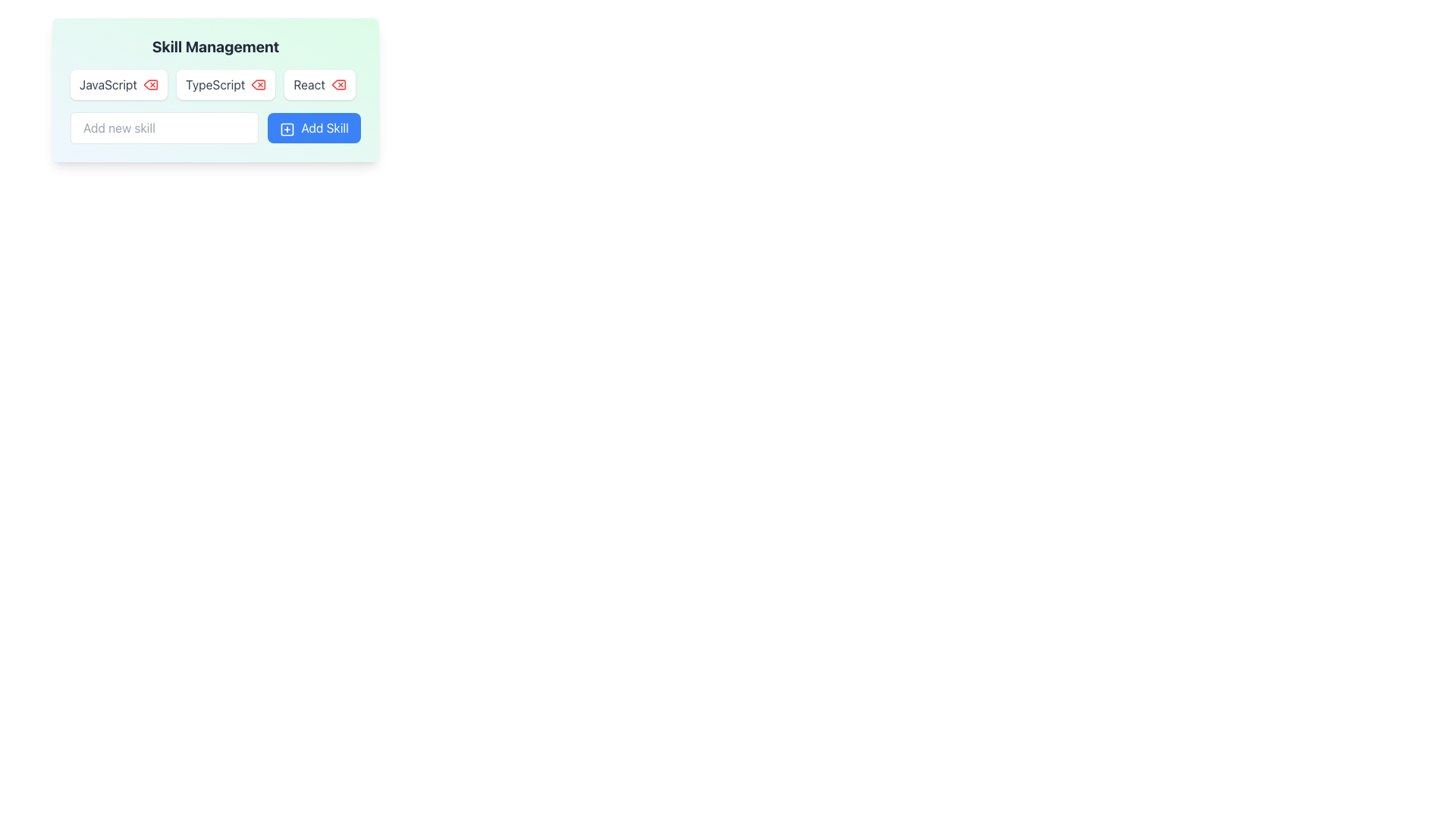 This screenshot has width=1456, height=819. I want to click on the 'TypeScript' skill item, so click(225, 84).